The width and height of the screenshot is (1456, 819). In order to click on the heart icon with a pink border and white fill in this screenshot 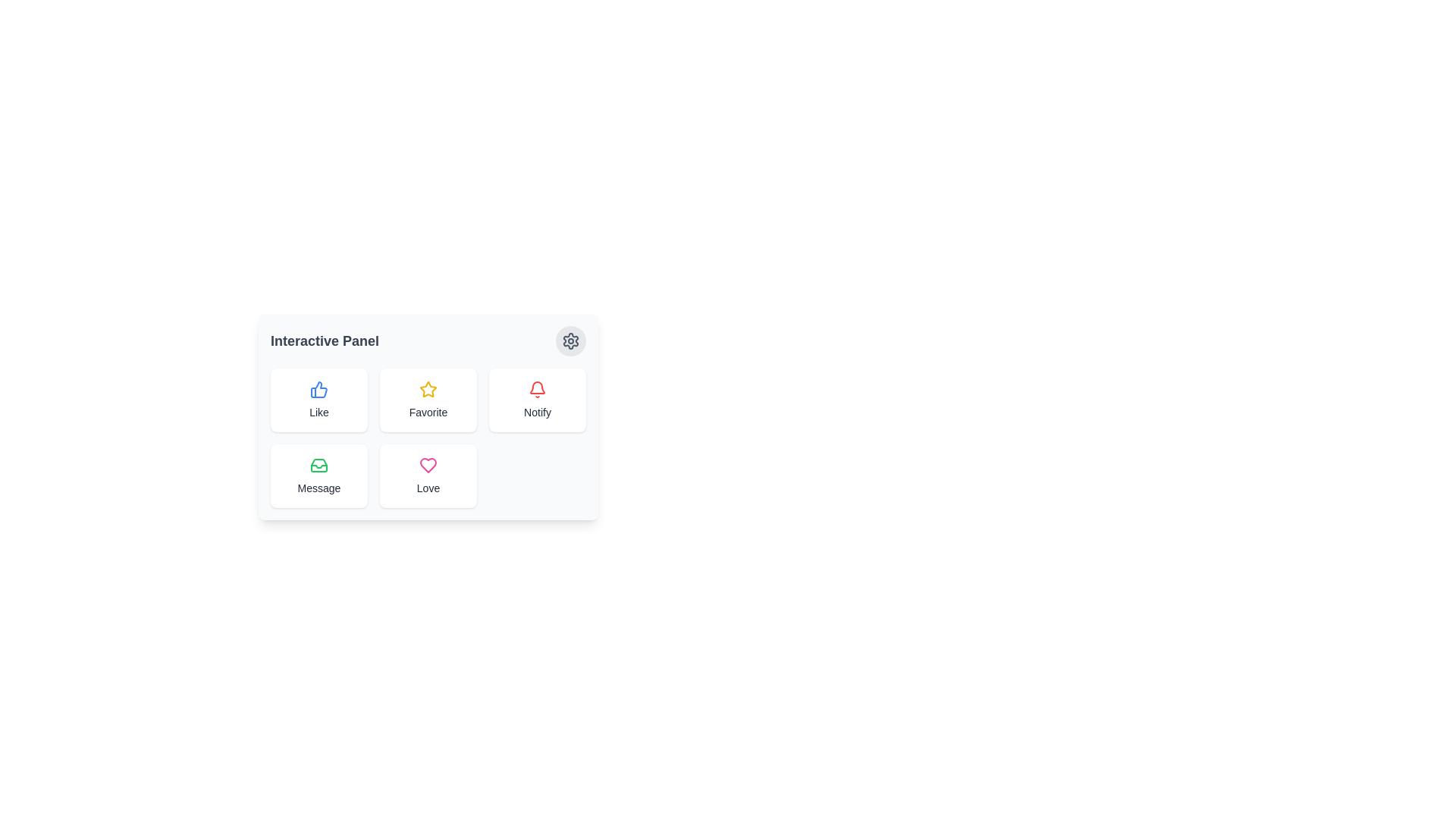, I will do `click(428, 464)`.